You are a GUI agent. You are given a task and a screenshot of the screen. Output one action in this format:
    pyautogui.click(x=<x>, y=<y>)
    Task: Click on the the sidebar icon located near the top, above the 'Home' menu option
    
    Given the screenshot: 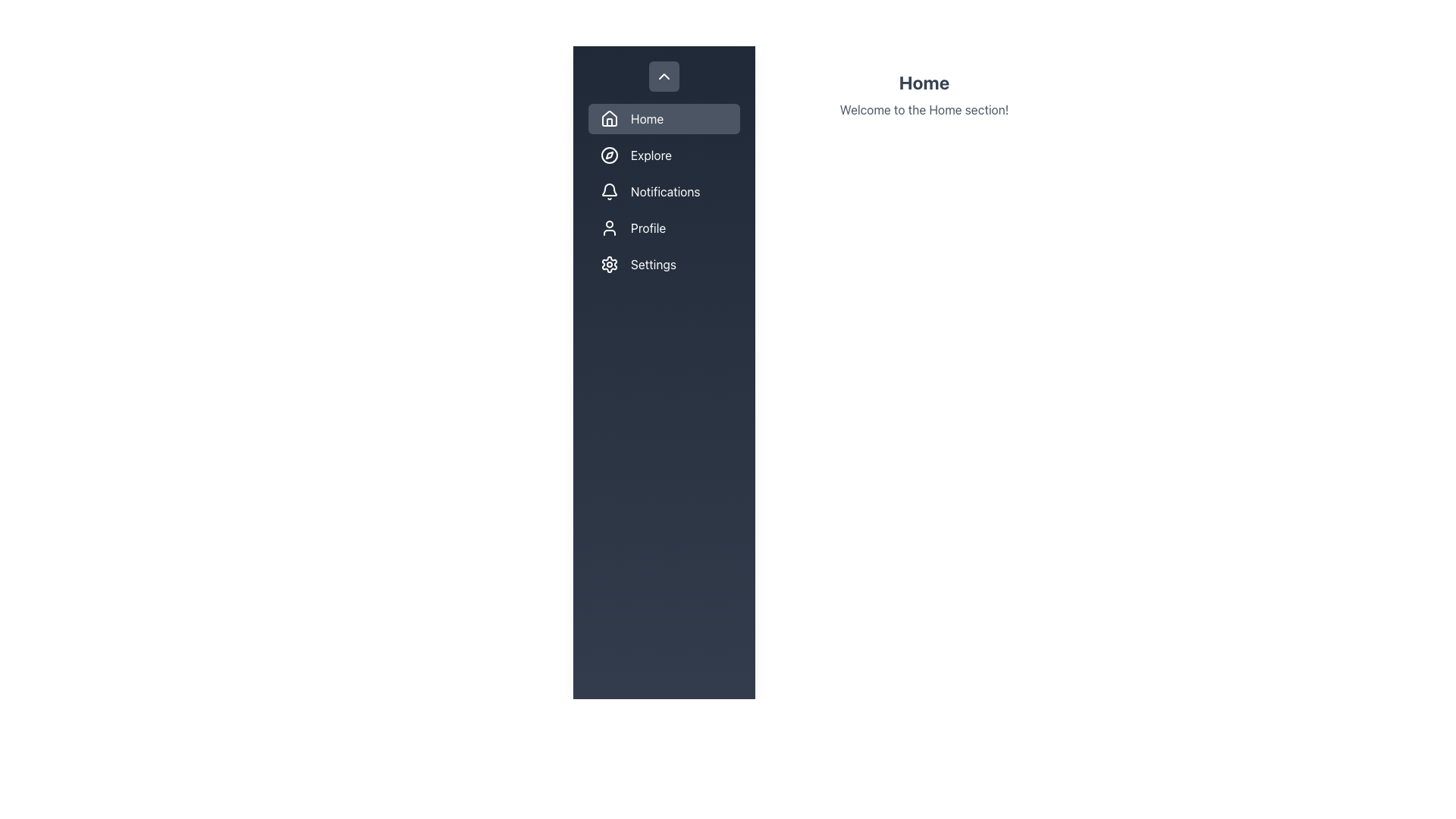 What is the action you would take?
    pyautogui.click(x=664, y=76)
    